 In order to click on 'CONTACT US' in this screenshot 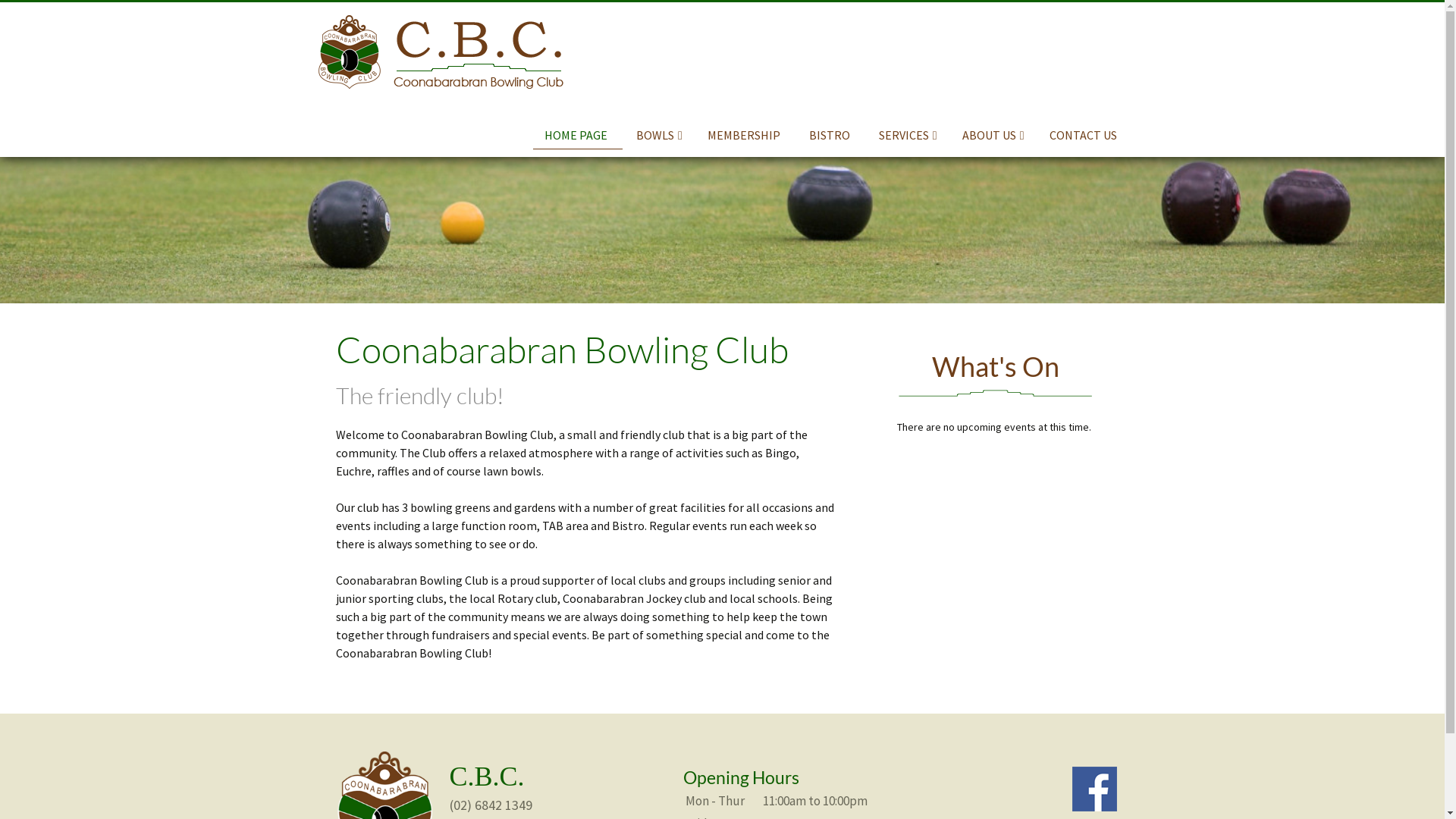, I will do `click(1037, 133)`.